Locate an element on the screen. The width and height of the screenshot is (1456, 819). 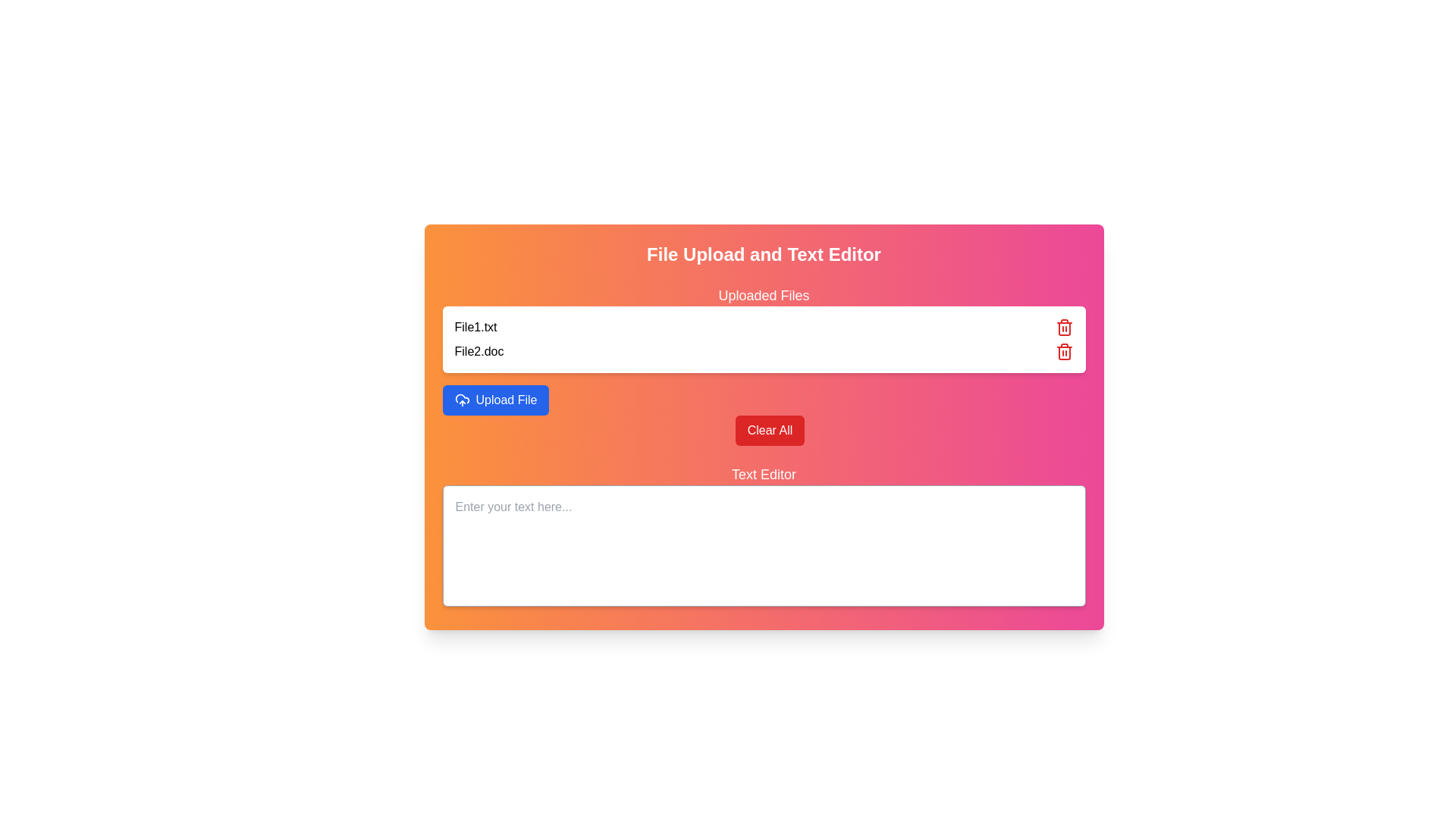
the file upload button located below the list of uploaded files, to the left of the 'Clear All' button in the 'Uploaded Files' section is located at coordinates (495, 400).